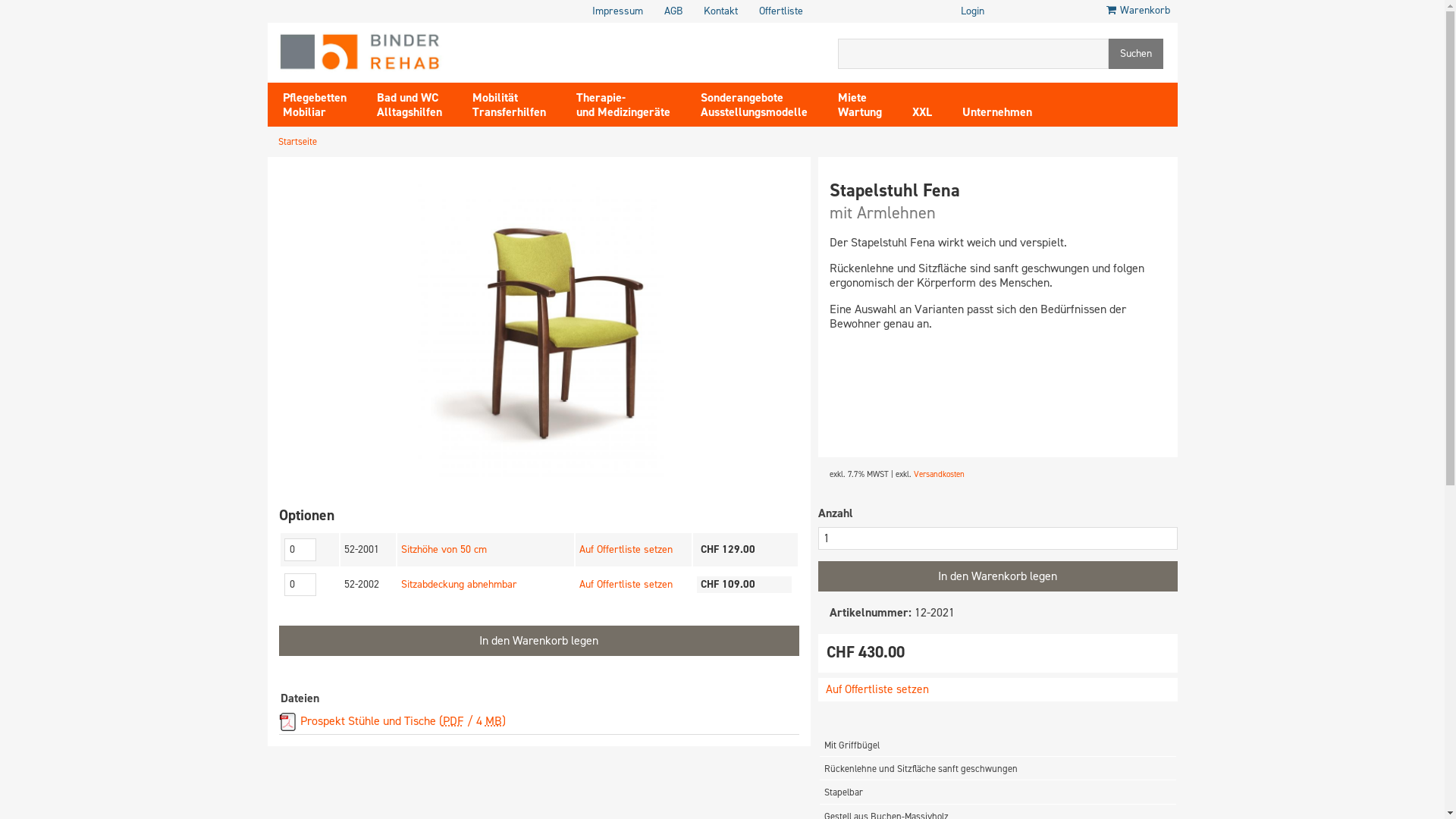 This screenshot has height=819, width=1456. What do you see at coordinates (754, 103) in the screenshot?
I see `'Sonderangebote` at bounding box center [754, 103].